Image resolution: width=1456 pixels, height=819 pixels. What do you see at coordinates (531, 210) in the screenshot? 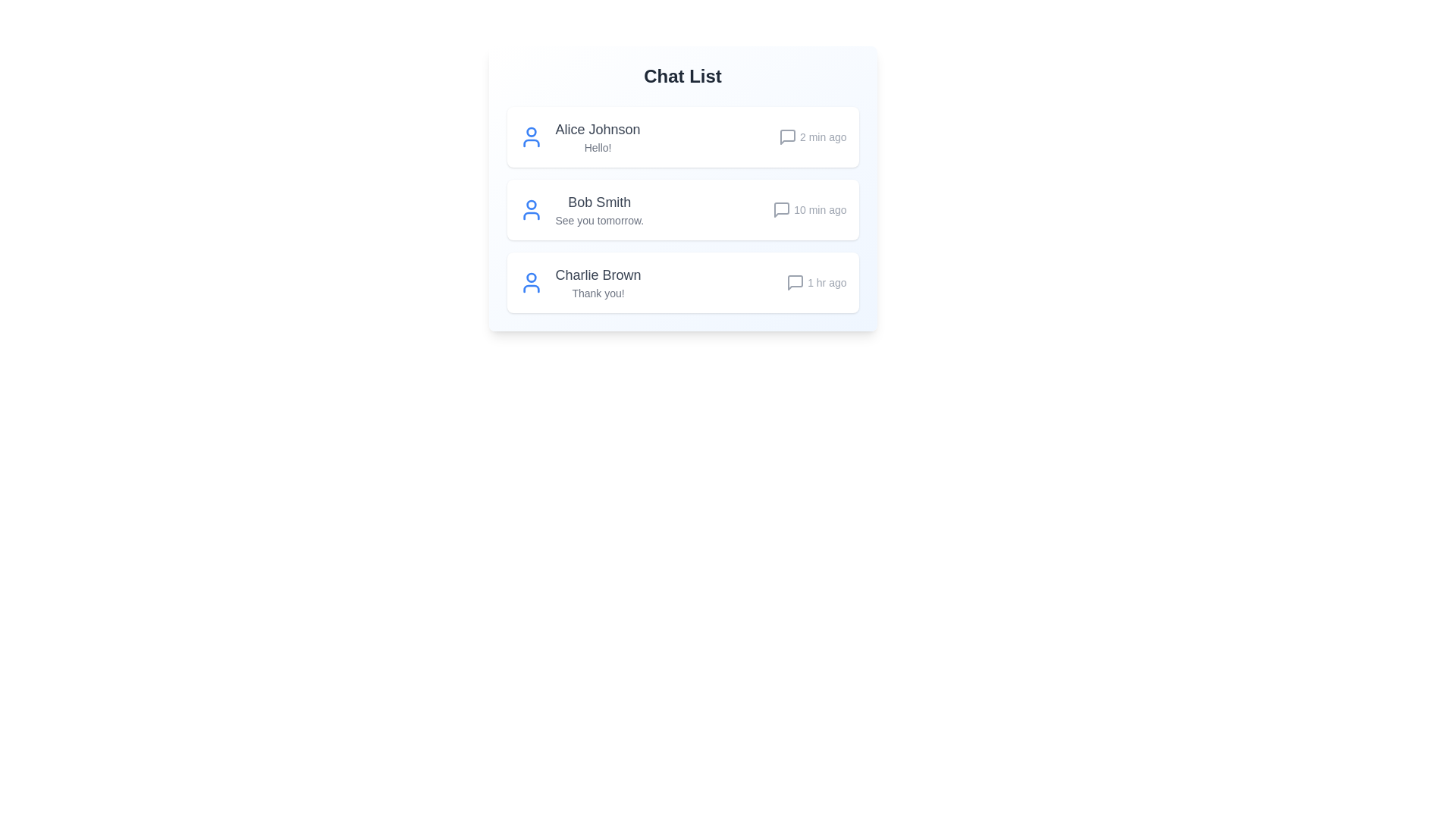
I see `the user icon for Bob Smith to inspect its functionality` at bounding box center [531, 210].